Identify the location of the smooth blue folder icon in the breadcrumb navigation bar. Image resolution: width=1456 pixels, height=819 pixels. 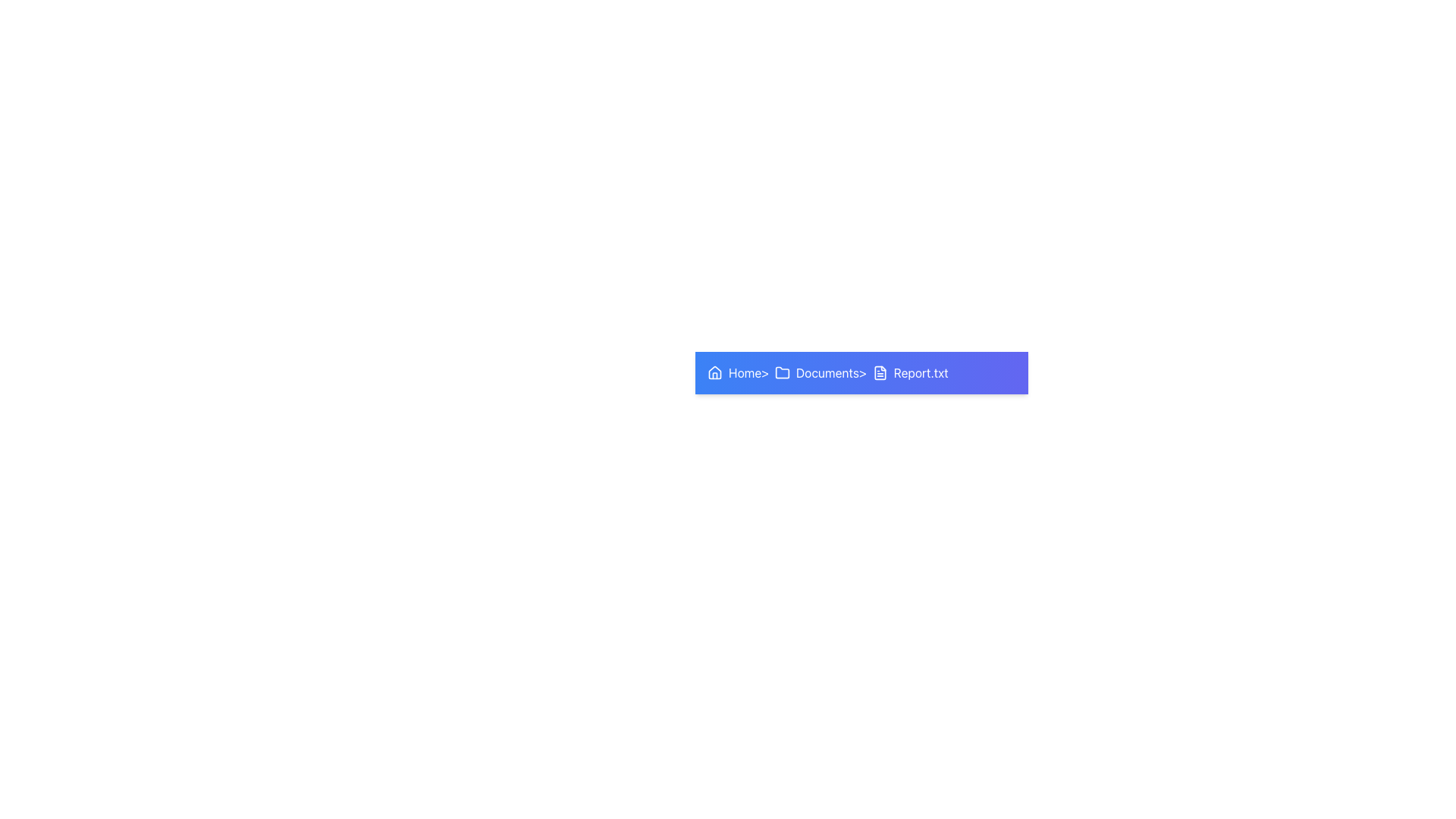
(783, 372).